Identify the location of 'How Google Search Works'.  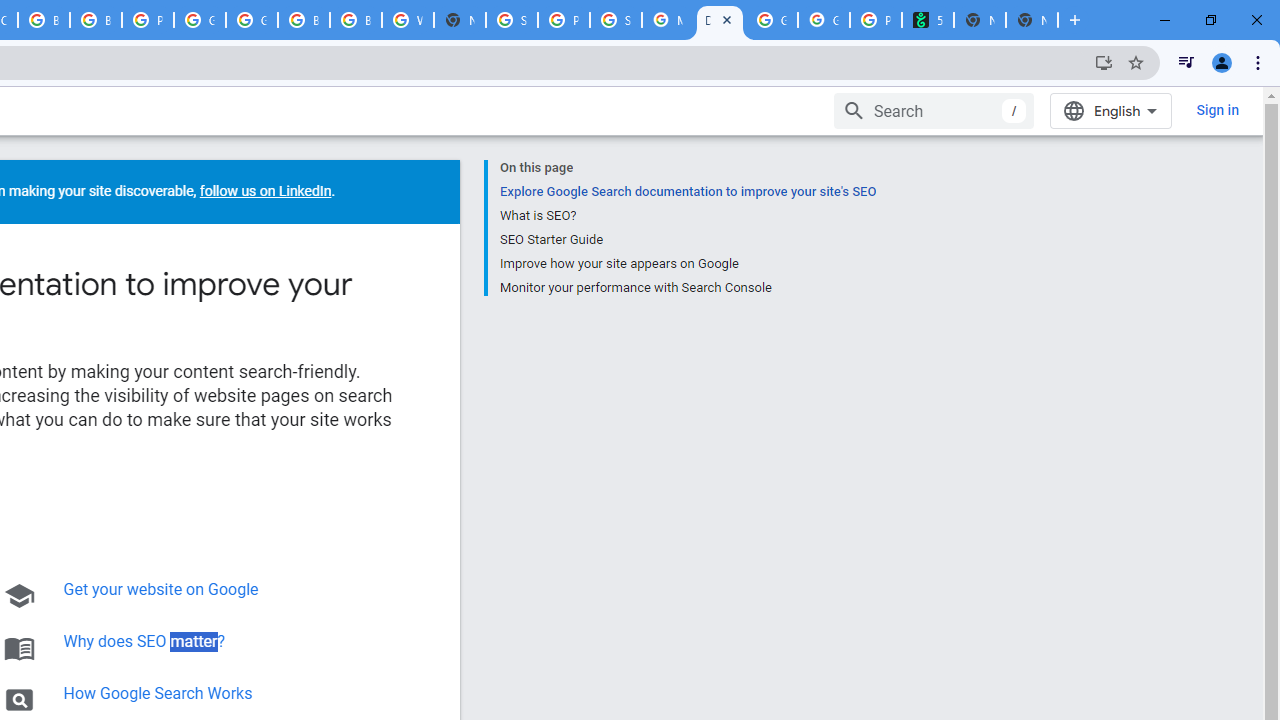
(157, 692).